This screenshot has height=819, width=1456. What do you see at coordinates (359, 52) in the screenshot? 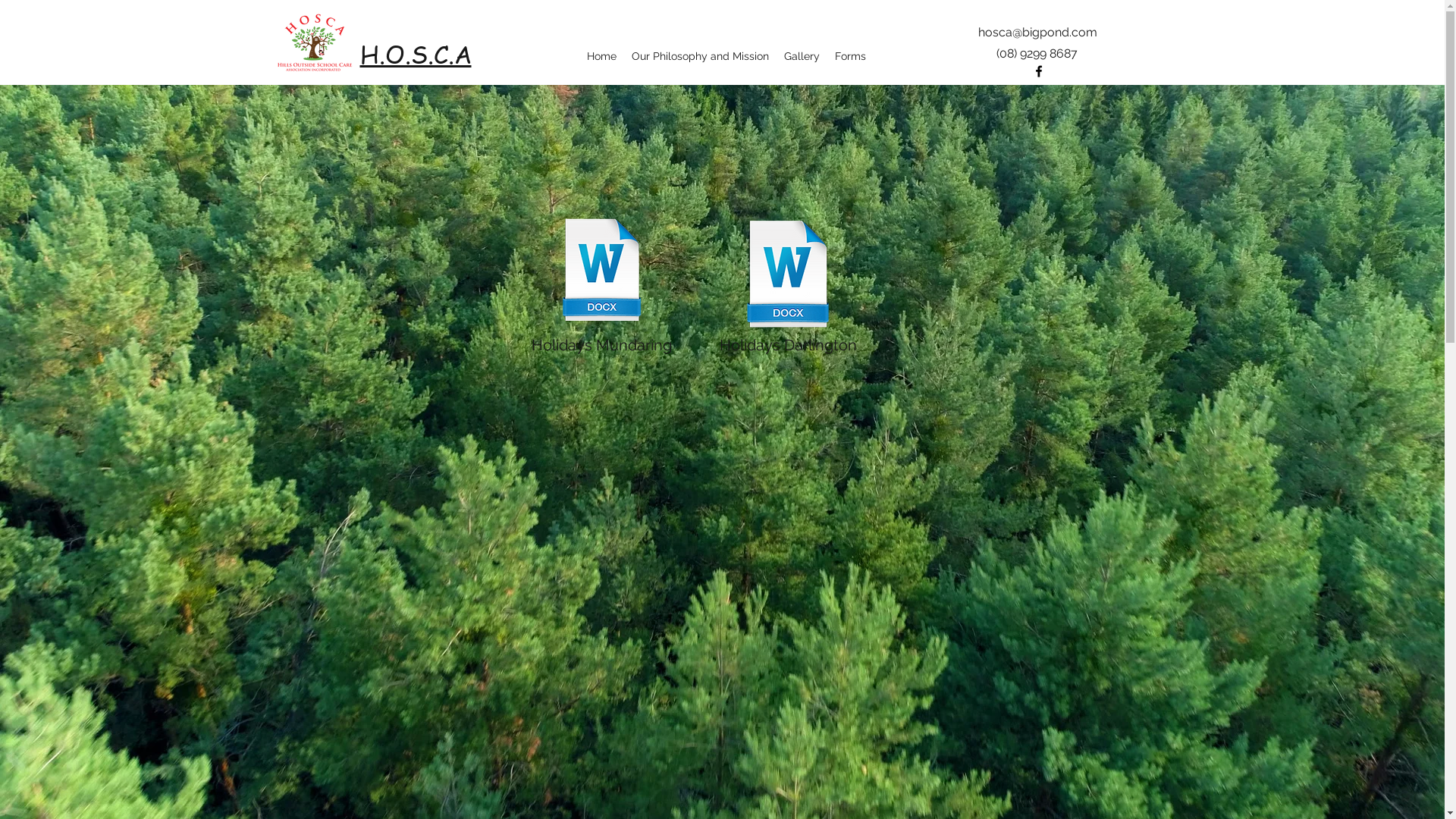
I see `'H.O.S.C.A'` at bounding box center [359, 52].